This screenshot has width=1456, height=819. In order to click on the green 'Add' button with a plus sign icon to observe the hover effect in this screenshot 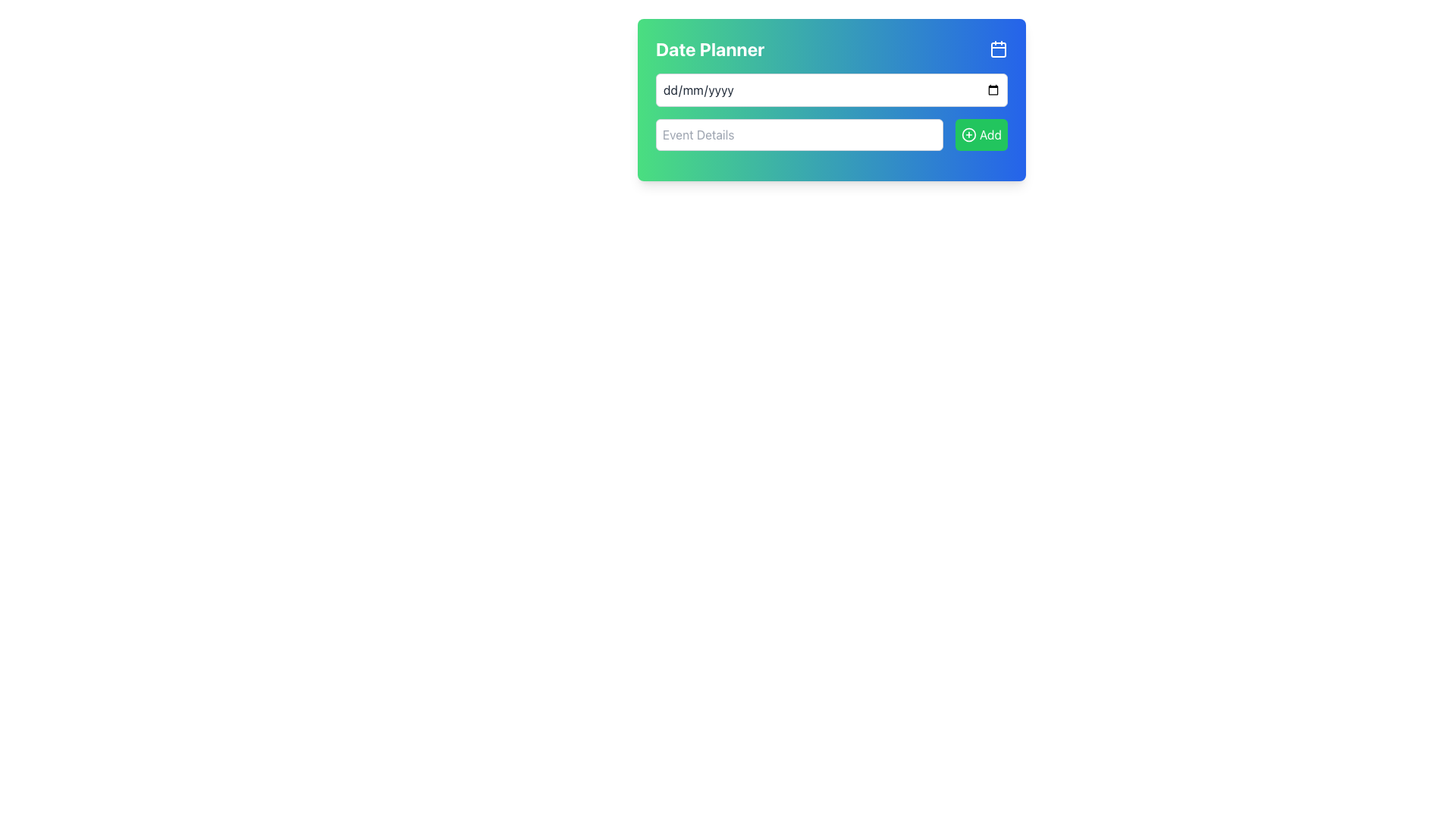, I will do `click(981, 133)`.